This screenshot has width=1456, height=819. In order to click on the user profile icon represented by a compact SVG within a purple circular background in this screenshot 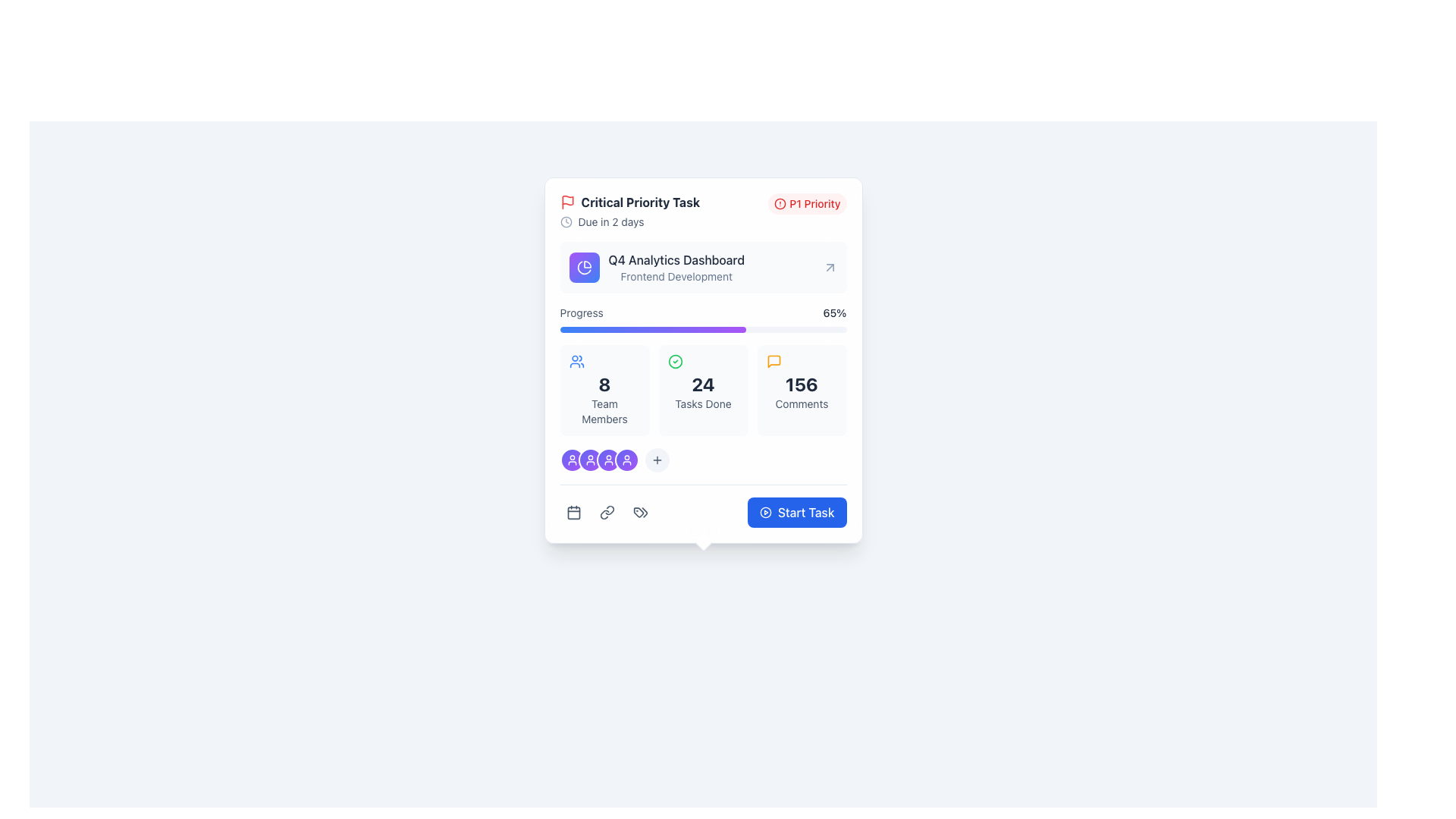, I will do `click(589, 459)`.